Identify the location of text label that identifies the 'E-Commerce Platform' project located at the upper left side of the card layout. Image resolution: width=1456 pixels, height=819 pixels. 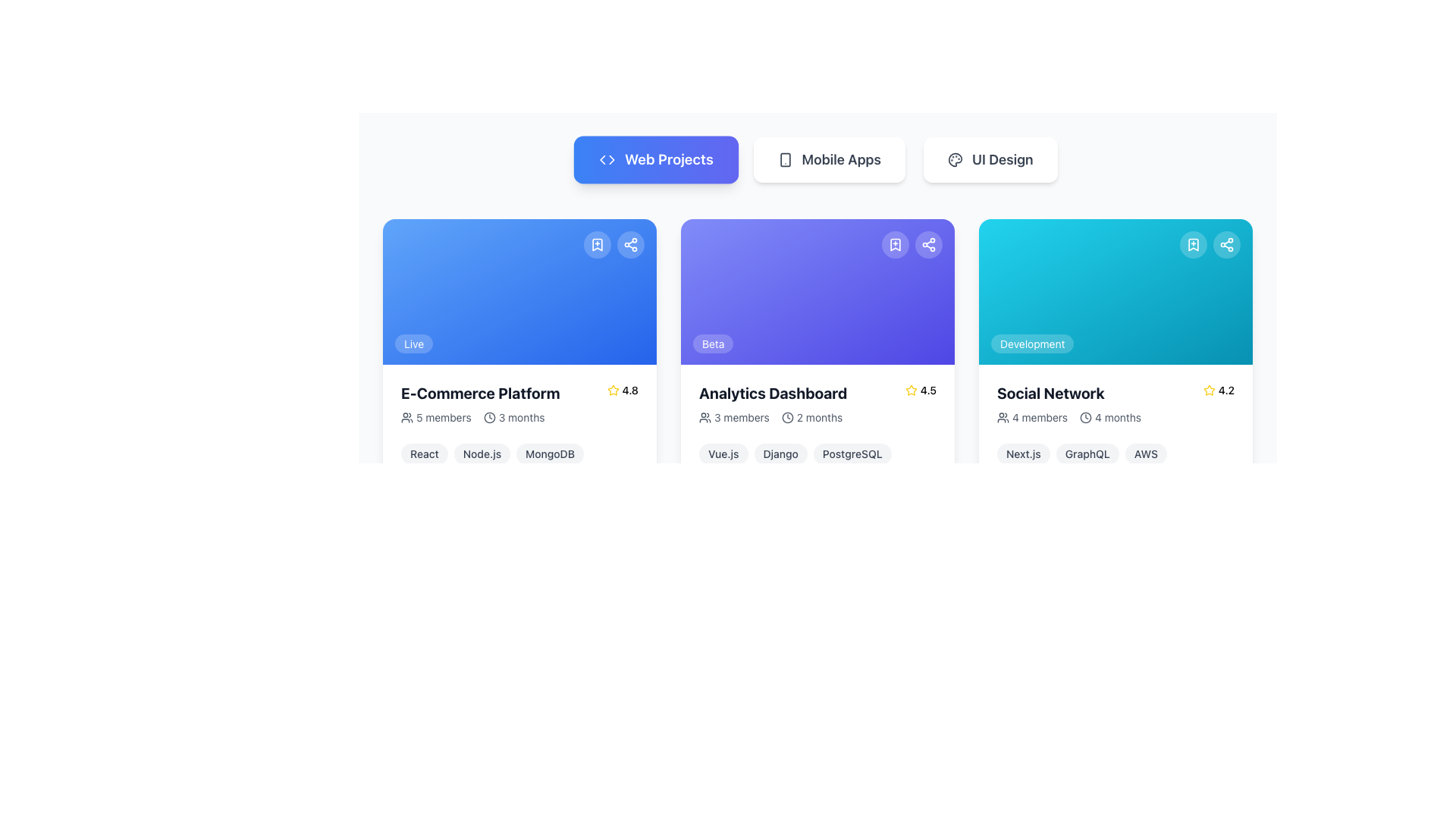
(479, 393).